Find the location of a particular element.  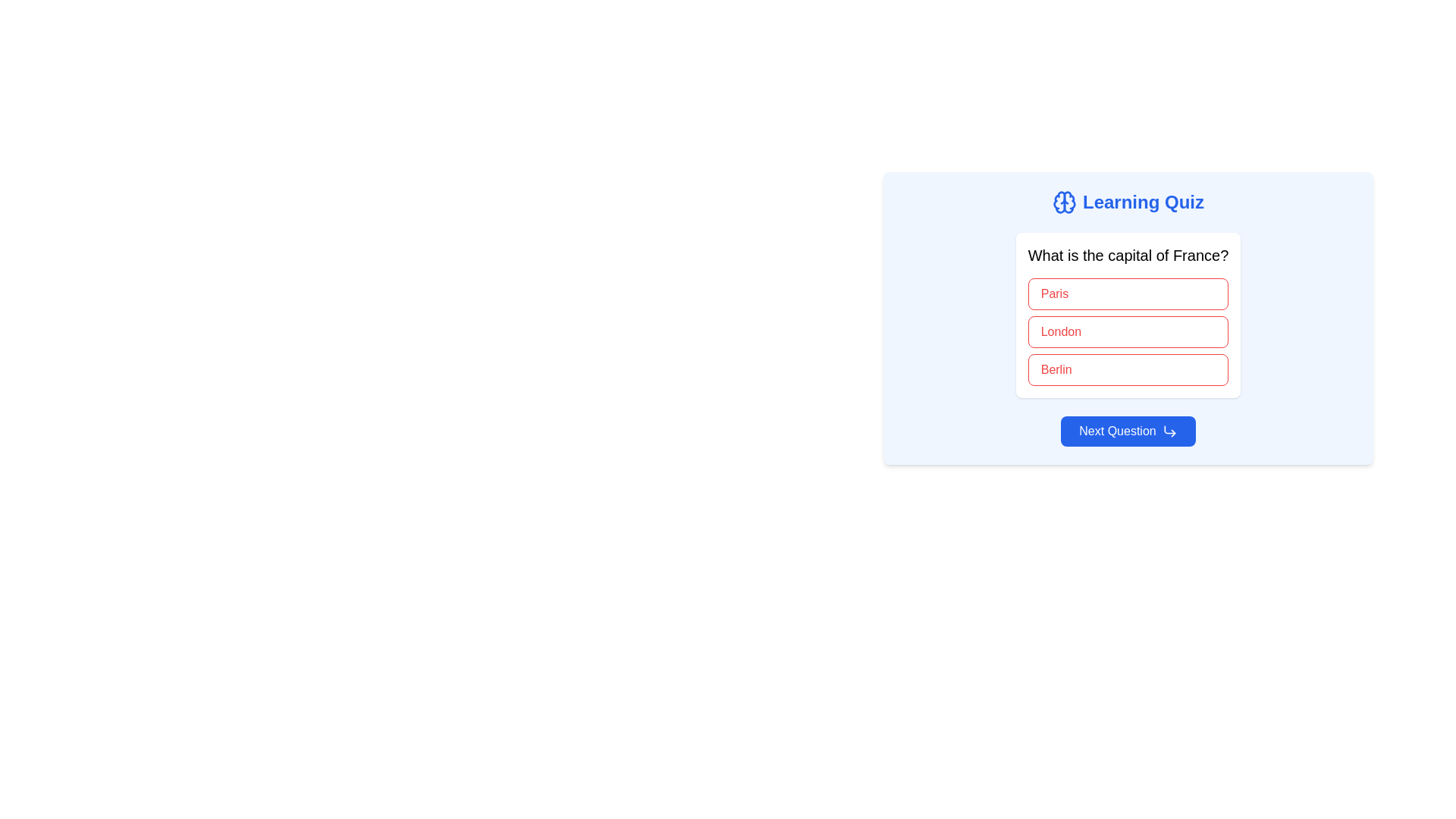

the selectable button labeled 'London' with a red border is located at coordinates (1128, 318).